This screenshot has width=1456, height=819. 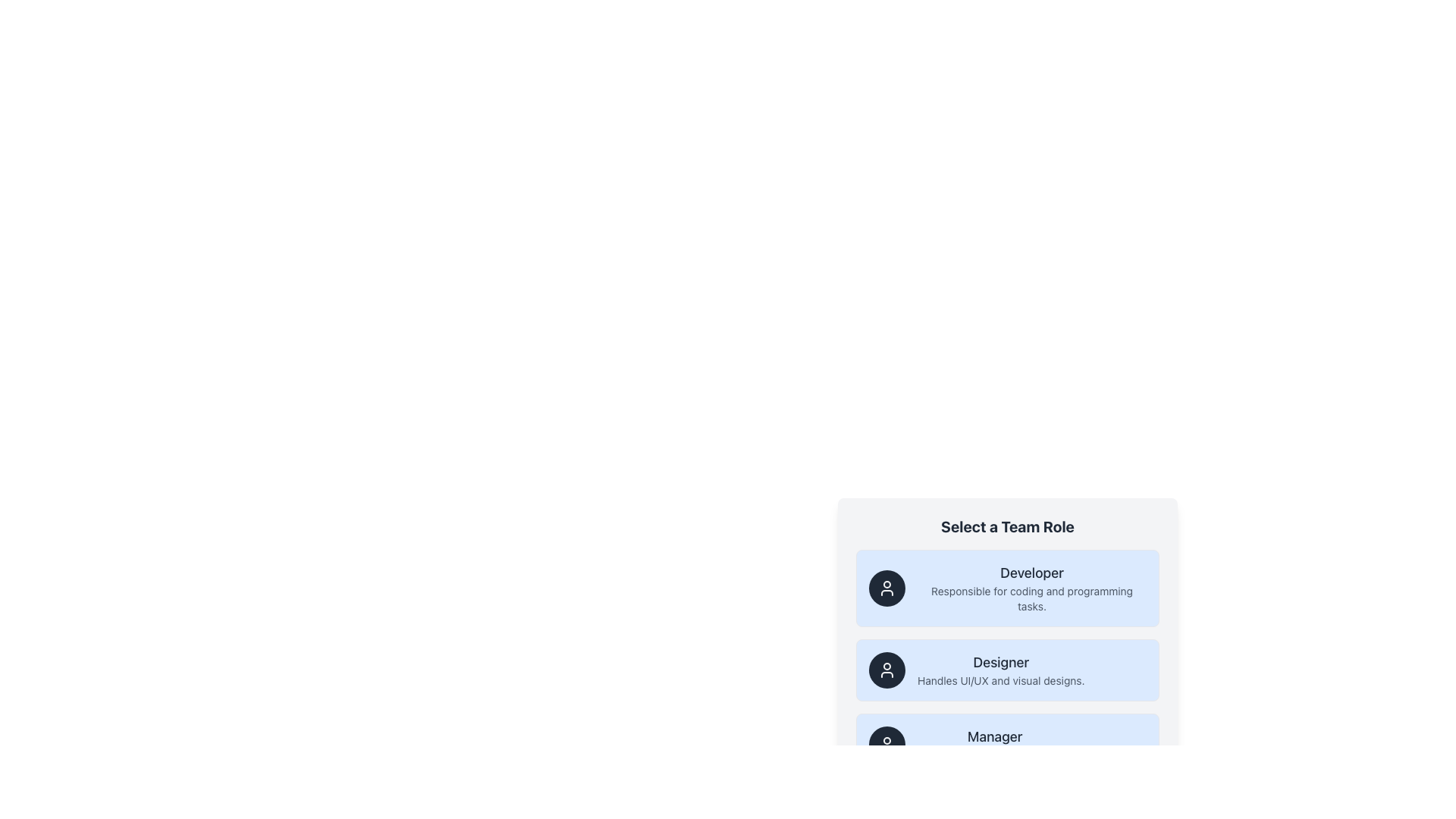 What do you see at coordinates (995, 736) in the screenshot?
I see `the bold, dark gray text label displaying 'Manager', which is positioned beneath the 'Designer' entry and above its role description` at bounding box center [995, 736].